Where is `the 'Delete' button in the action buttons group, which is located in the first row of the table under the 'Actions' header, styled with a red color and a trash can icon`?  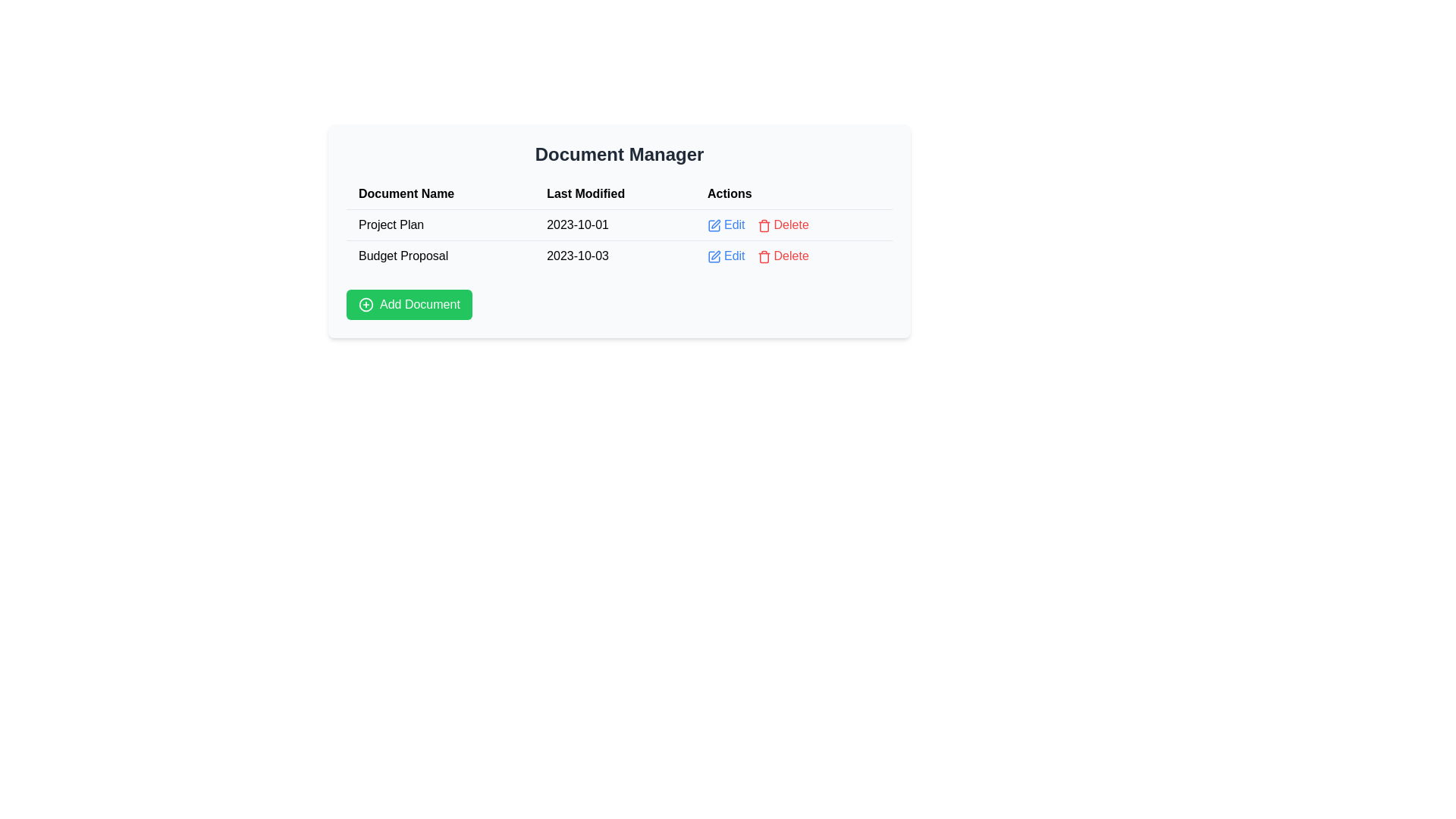
the 'Delete' button in the action buttons group, which is located in the first row of the table under the 'Actions' header, styled with a red color and a trash can icon is located at coordinates (792, 225).